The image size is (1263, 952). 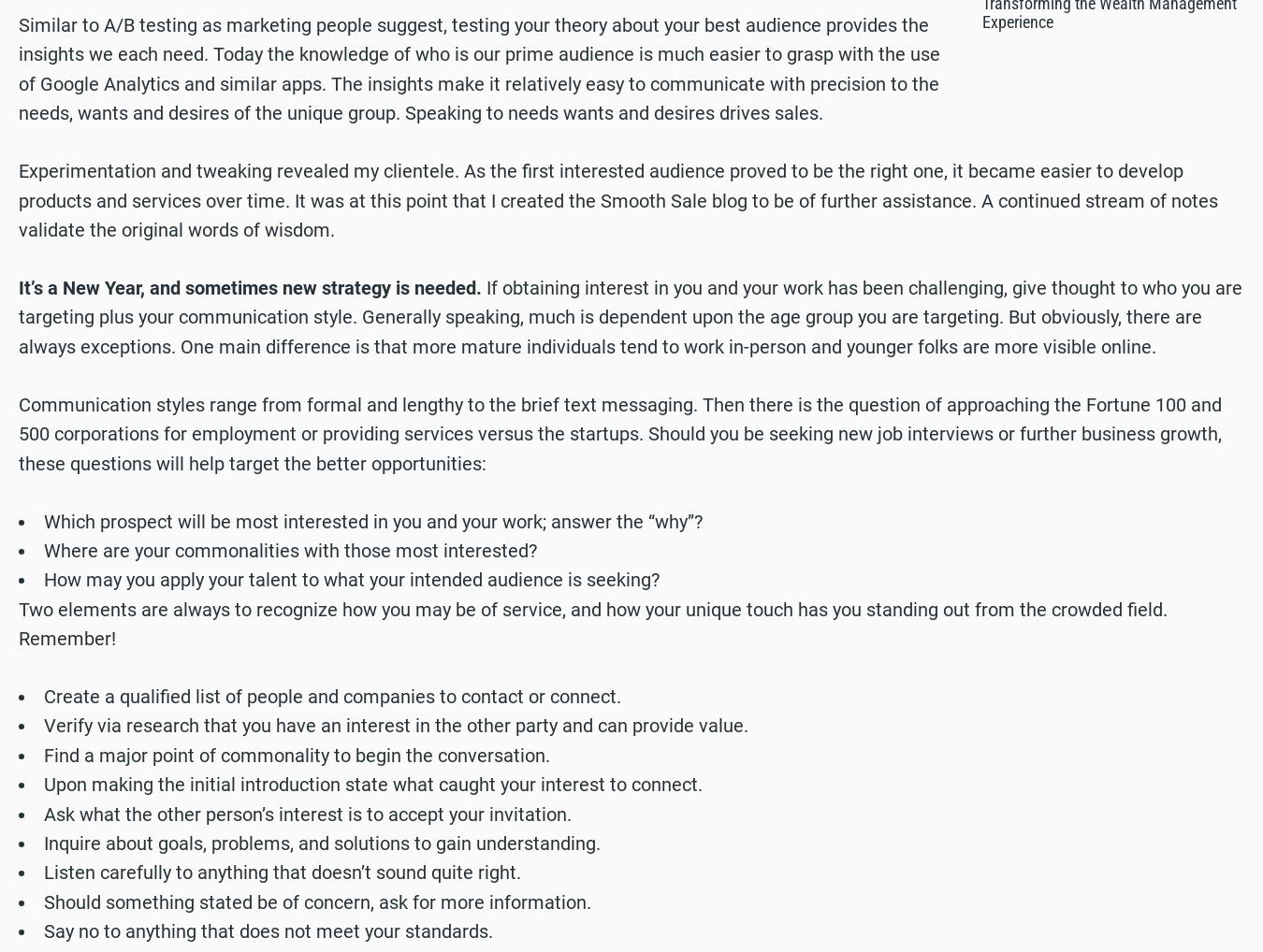 What do you see at coordinates (288, 549) in the screenshot?
I see `'Where are your commonalities with those most interested?'` at bounding box center [288, 549].